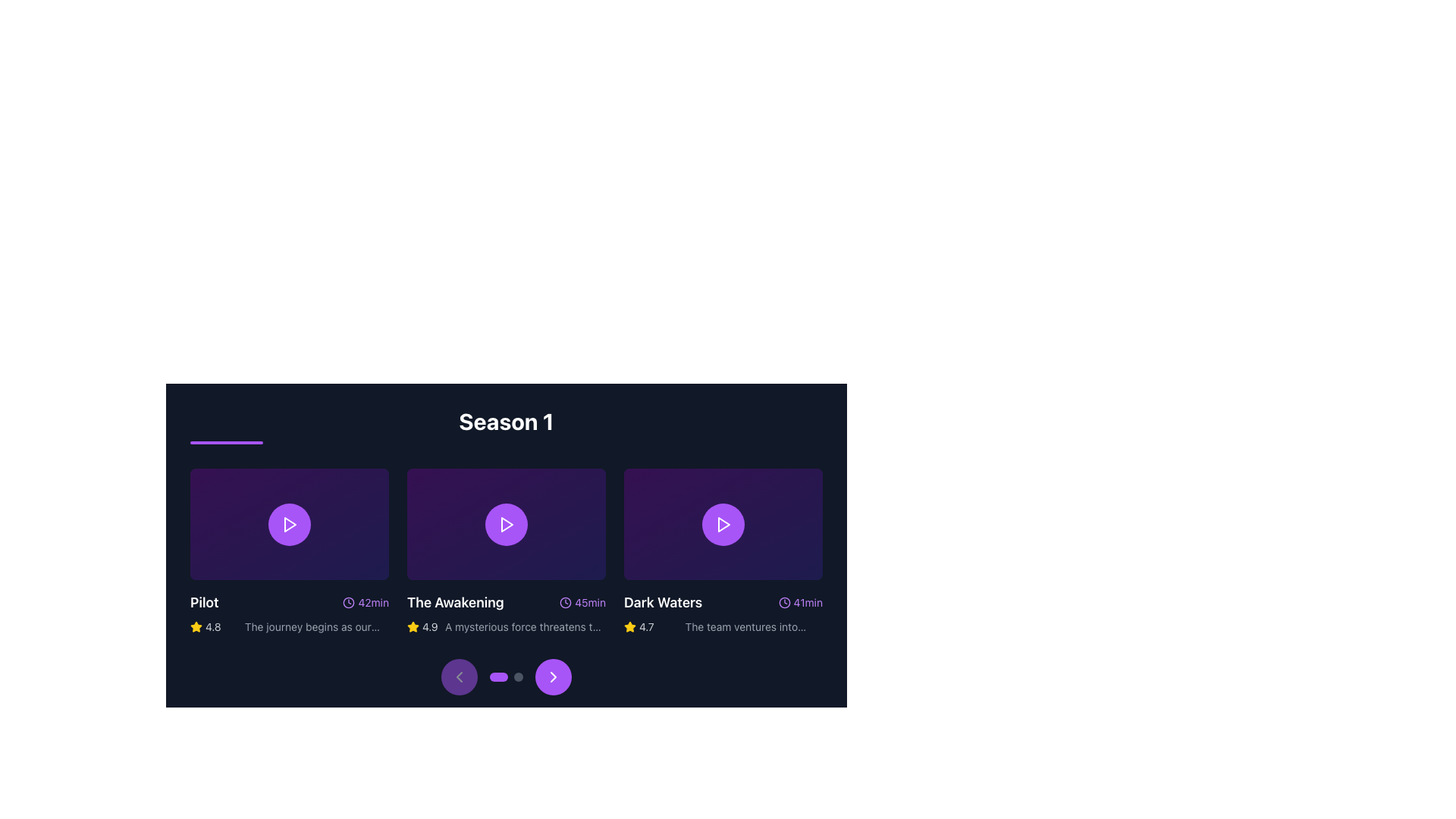 The width and height of the screenshot is (1456, 819). What do you see at coordinates (552, 676) in the screenshot?
I see `the Chevron Icon embedded within the Circular Navigation Button located at the lower-right corner of the navigation control section` at bounding box center [552, 676].